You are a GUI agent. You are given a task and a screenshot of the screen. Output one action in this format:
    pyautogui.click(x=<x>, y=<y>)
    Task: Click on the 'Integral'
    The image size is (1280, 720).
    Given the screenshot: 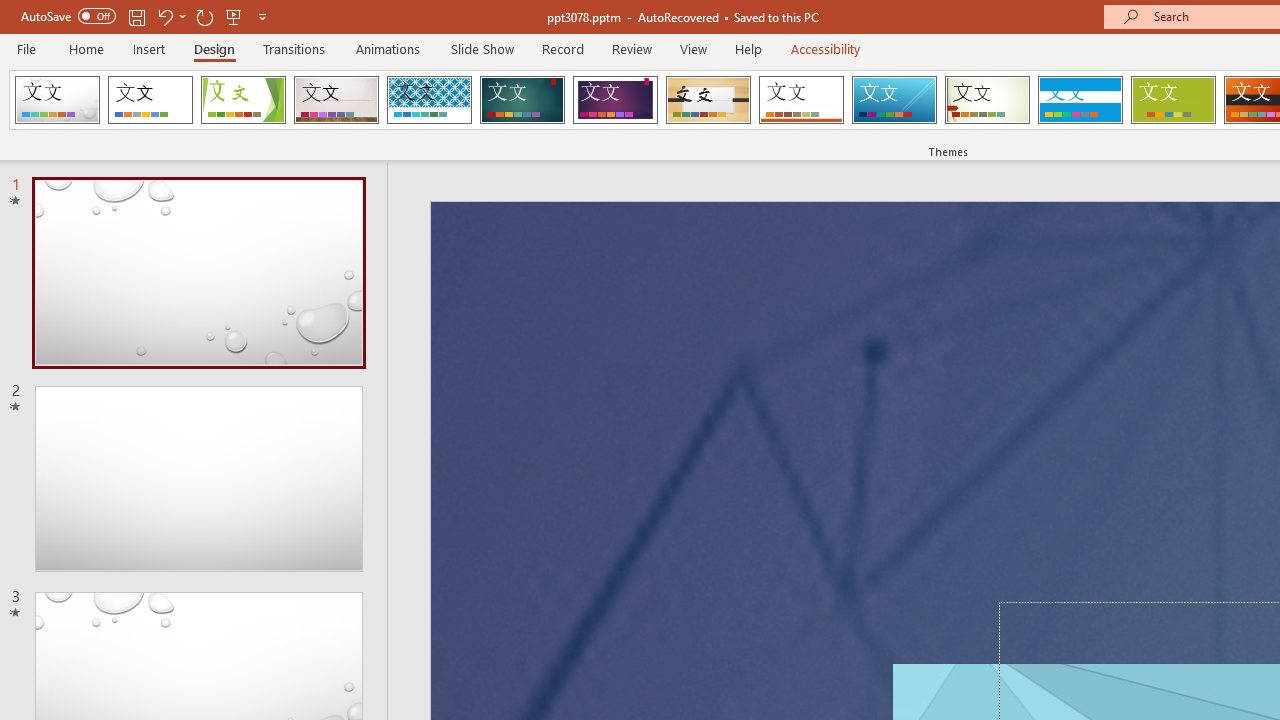 What is the action you would take?
    pyautogui.click(x=428, y=100)
    